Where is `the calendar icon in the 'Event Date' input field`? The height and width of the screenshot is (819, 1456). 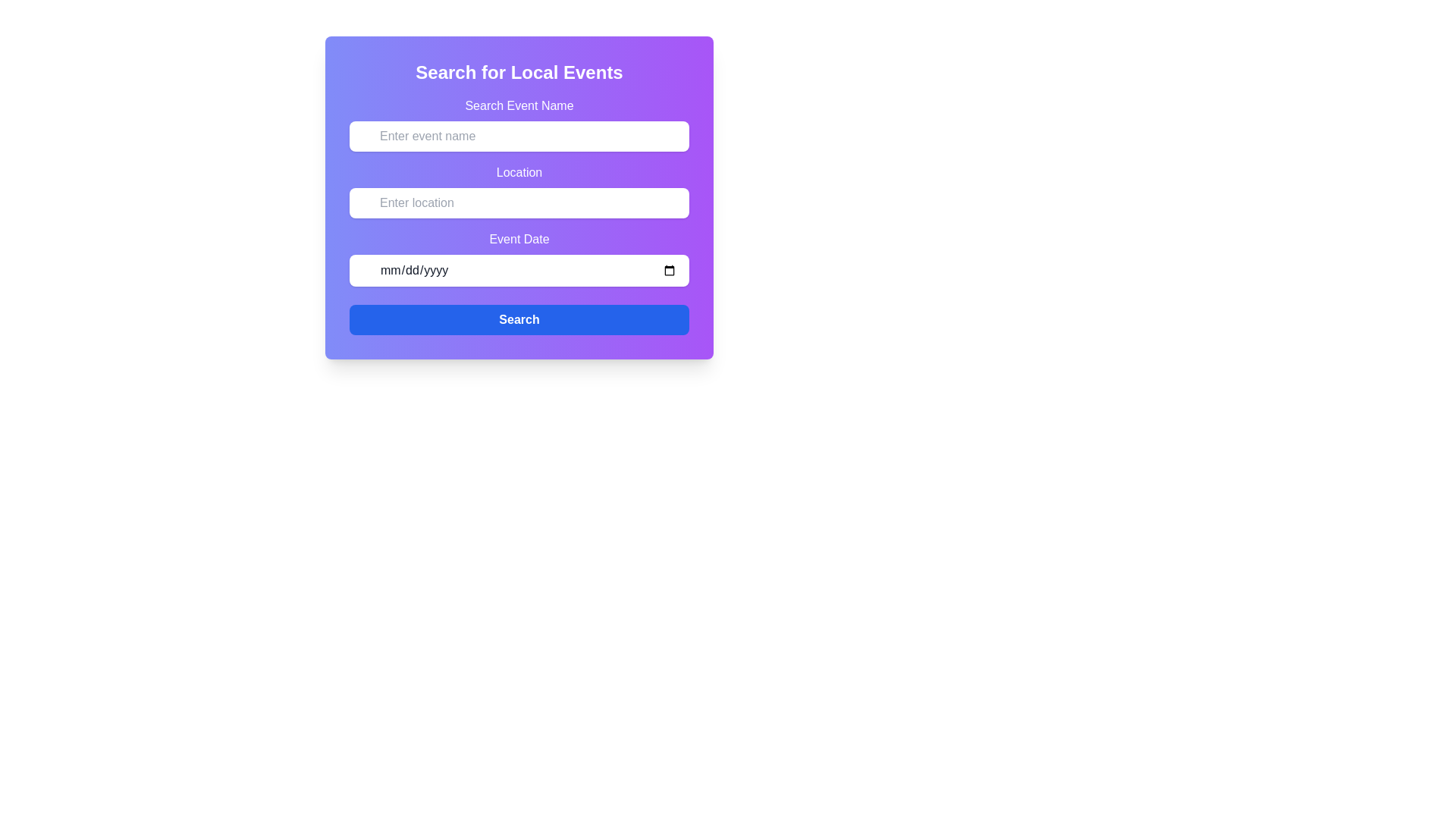 the calendar icon in the 'Event Date' input field is located at coordinates (519, 257).